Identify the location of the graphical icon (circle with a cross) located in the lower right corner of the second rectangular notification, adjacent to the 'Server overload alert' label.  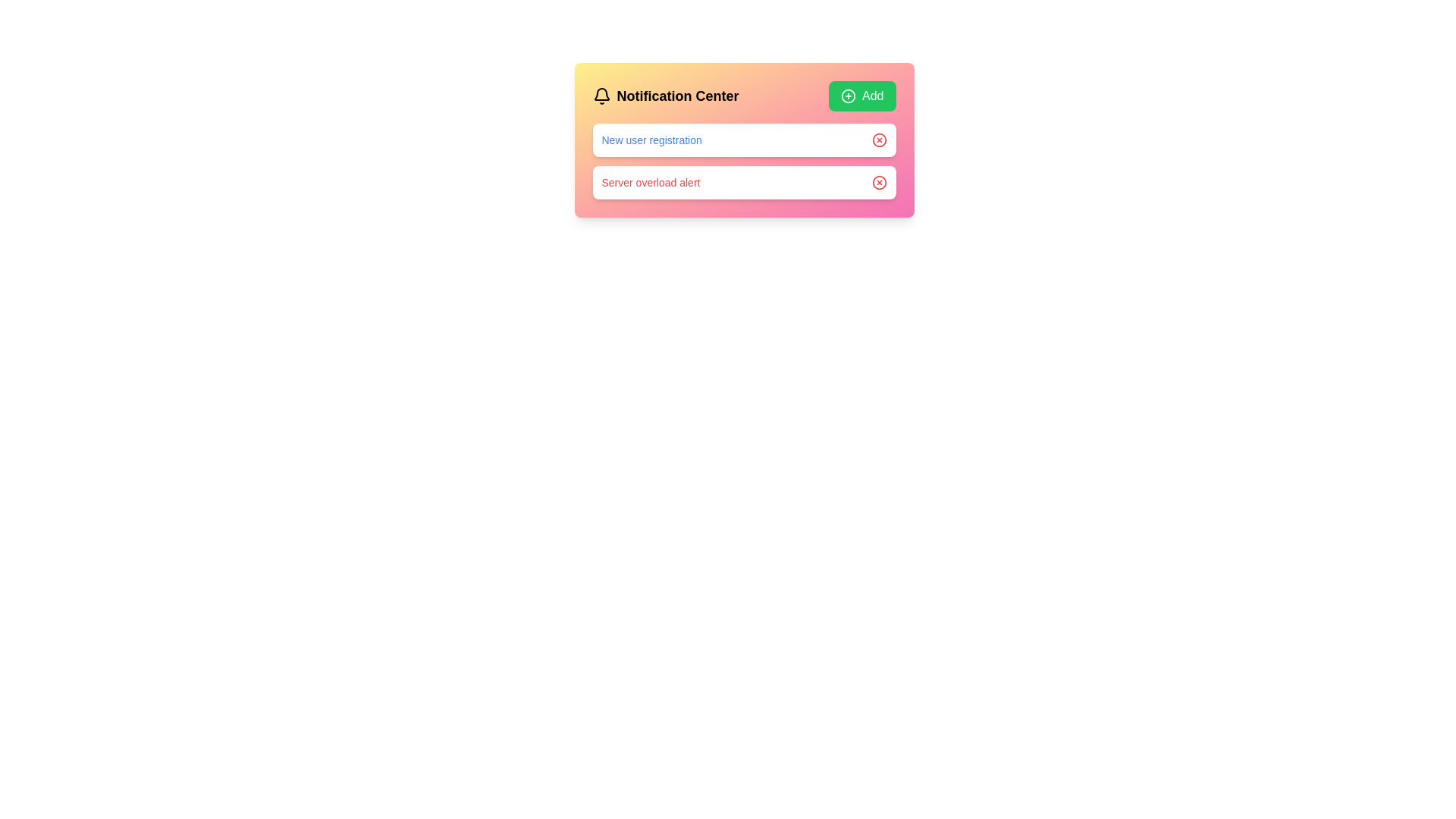
(879, 181).